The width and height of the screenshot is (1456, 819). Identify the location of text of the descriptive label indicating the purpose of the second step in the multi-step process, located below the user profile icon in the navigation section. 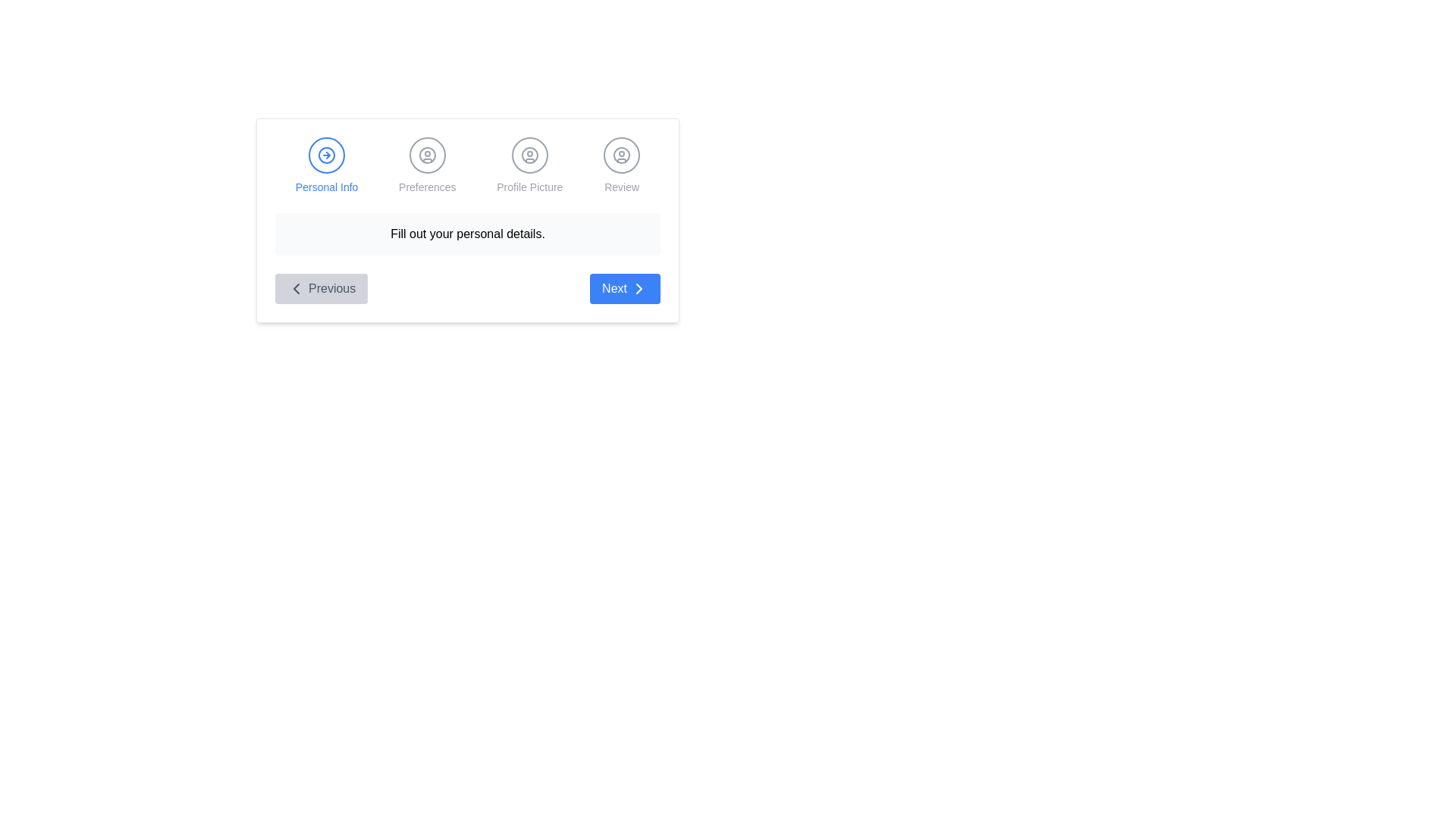
(426, 186).